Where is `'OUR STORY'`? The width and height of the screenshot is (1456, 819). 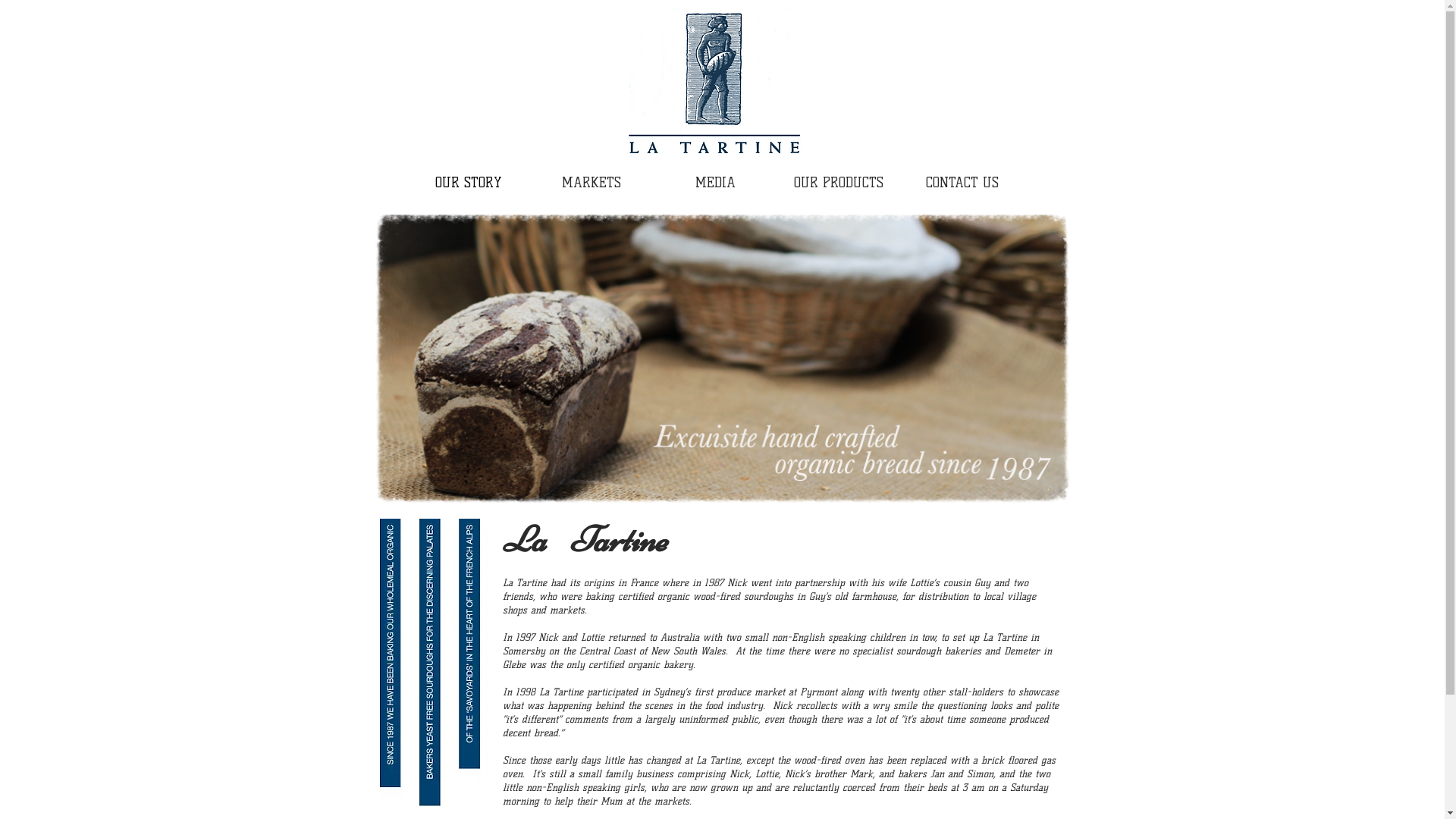 'OUR STORY' is located at coordinates (467, 182).